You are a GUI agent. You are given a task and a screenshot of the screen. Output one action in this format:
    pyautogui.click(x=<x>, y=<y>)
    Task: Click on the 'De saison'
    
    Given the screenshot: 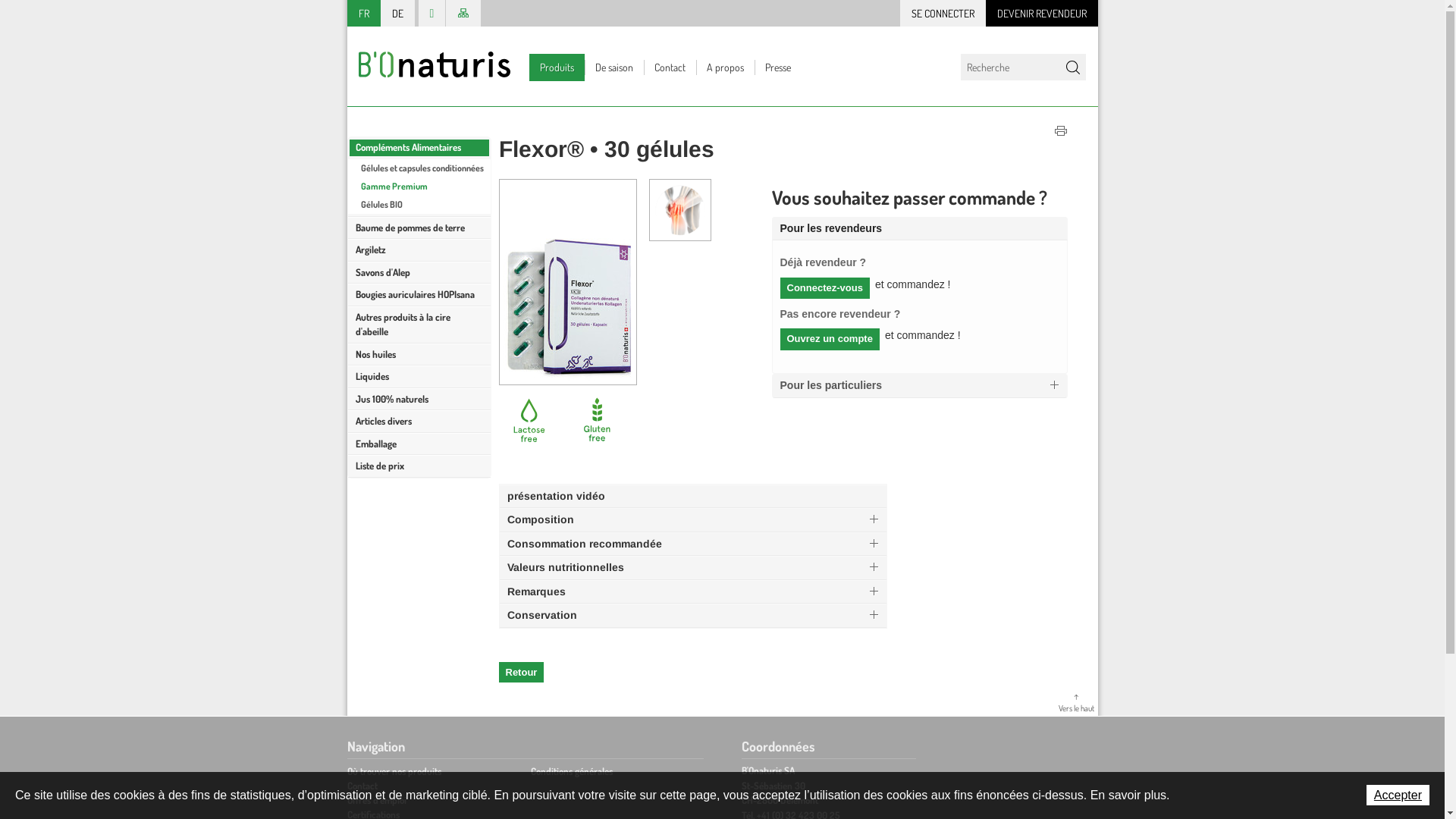 What is the action you would take?
    pyautogui.click(x=613, y=66)
    